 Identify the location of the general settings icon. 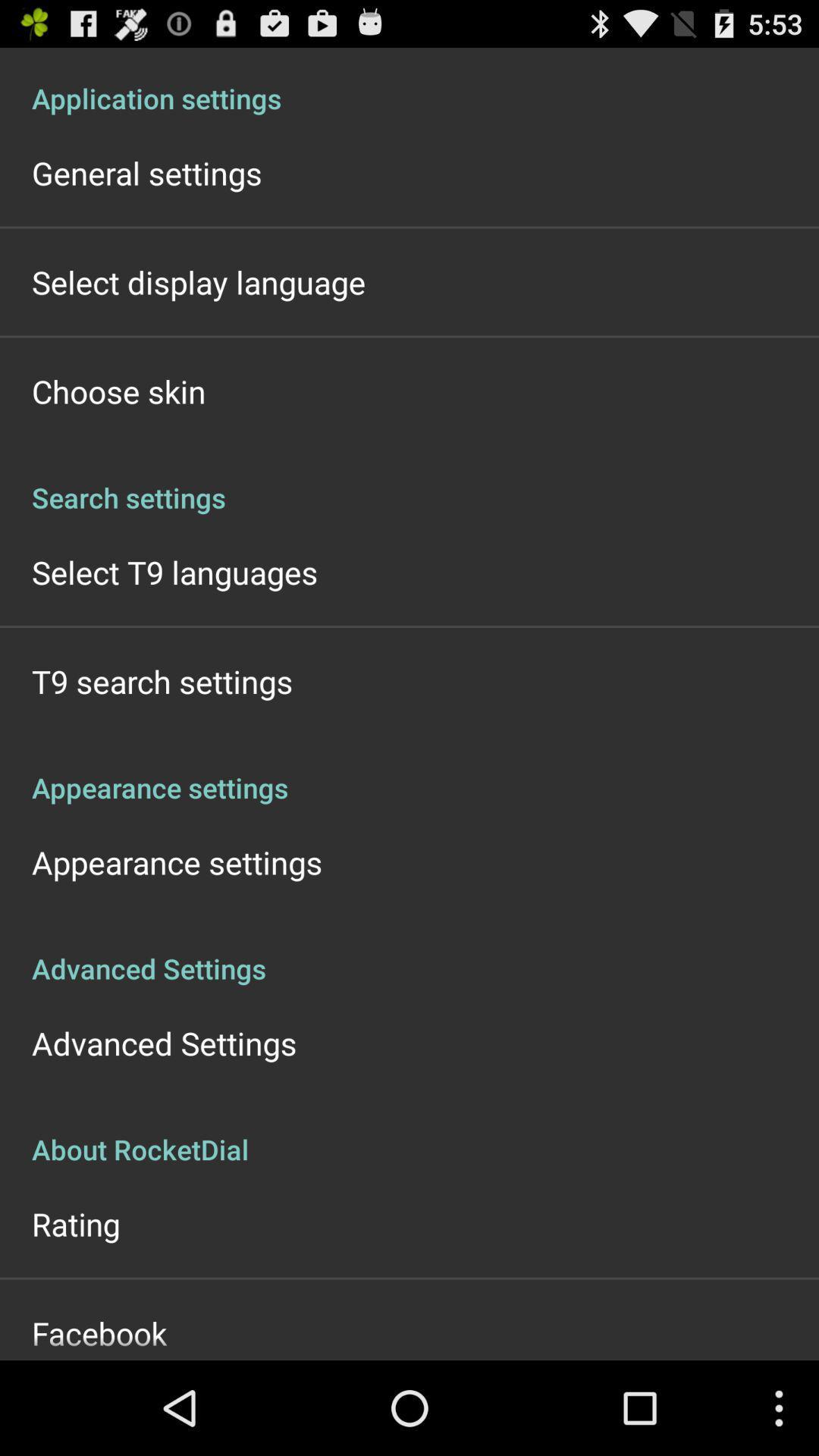
(146, 173).